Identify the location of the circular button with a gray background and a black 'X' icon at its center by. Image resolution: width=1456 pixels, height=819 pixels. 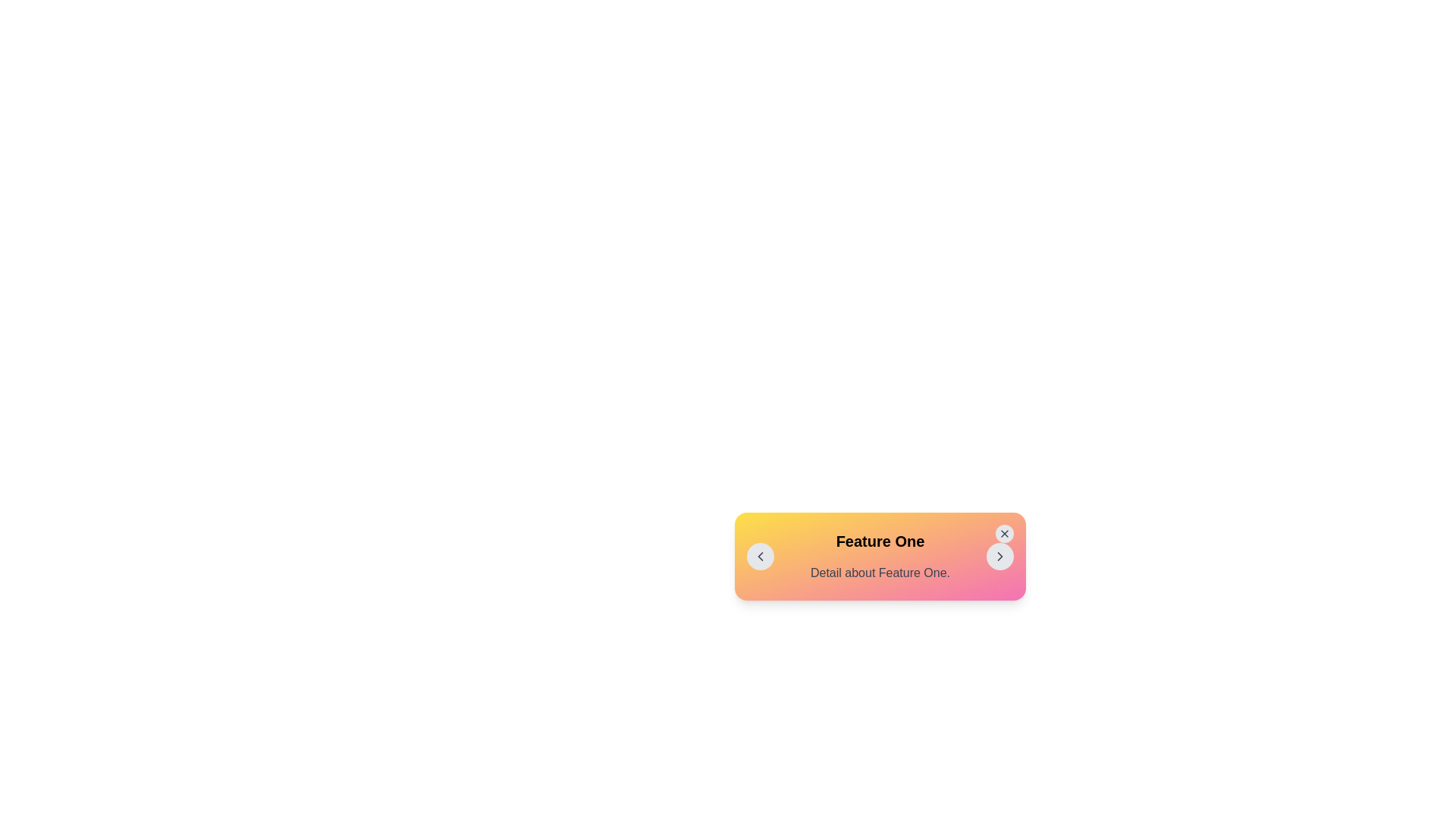
(1004, 533).